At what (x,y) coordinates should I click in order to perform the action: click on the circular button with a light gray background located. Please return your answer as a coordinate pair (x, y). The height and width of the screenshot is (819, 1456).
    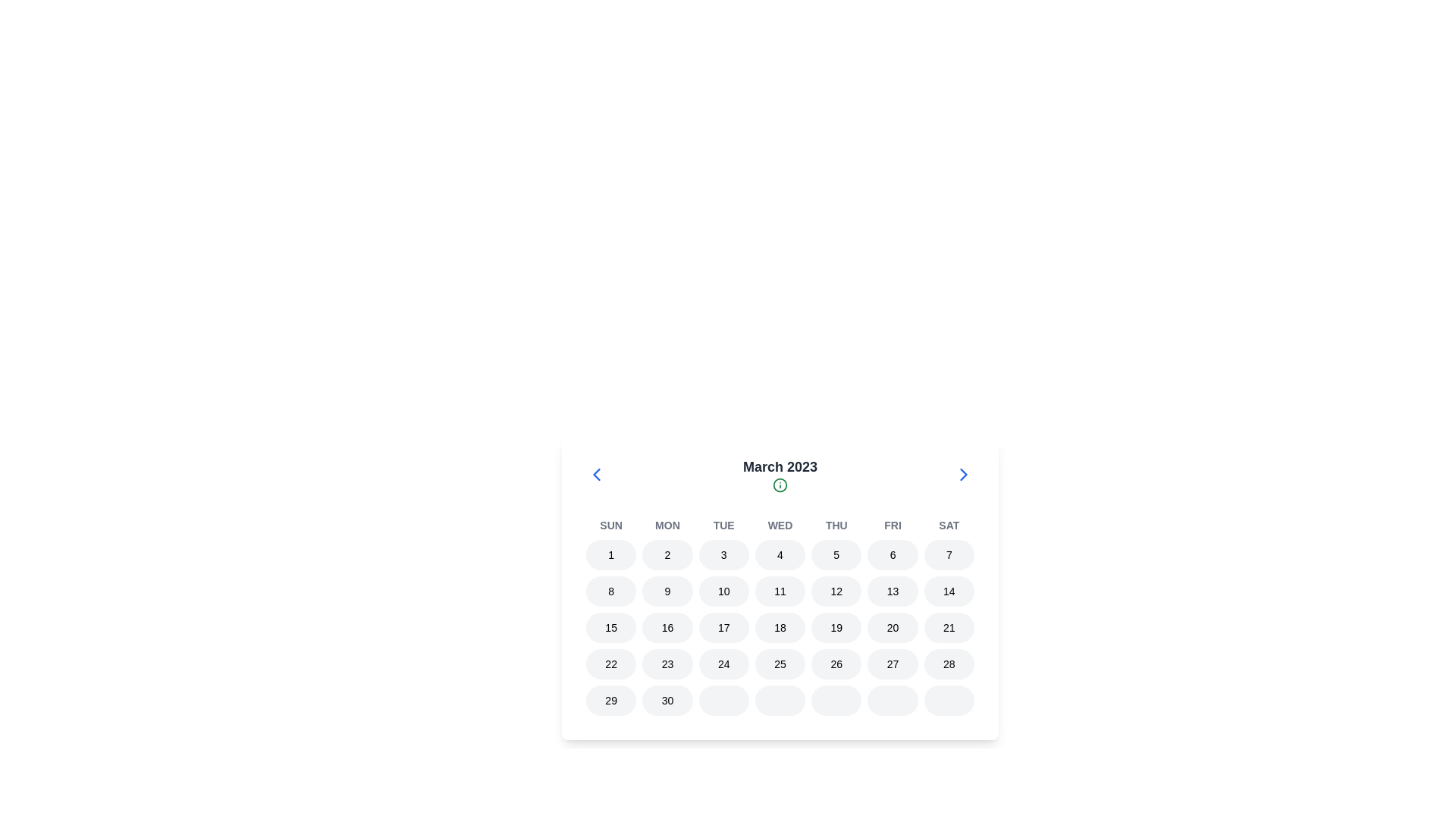
    Looking at the image, I should click on (836, 701).